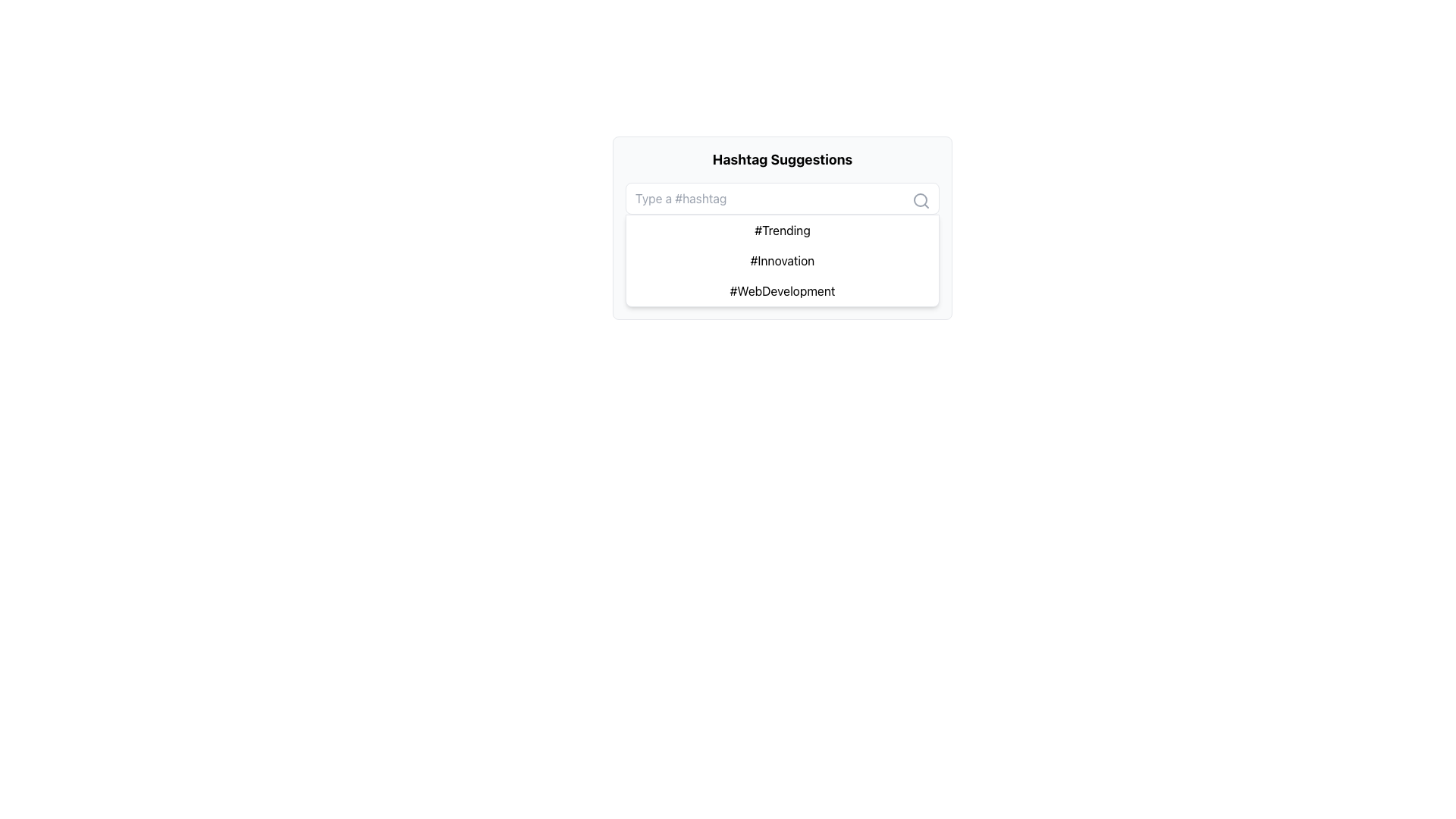 Image resolution: width=1456 pixels, height=819 pixels. What do you see at coordinates (783, 231) in the screenshot?
I see `the text item displaying the hashtag '#Trending' to trigger a background change effect` at bounding box center [783, 231].